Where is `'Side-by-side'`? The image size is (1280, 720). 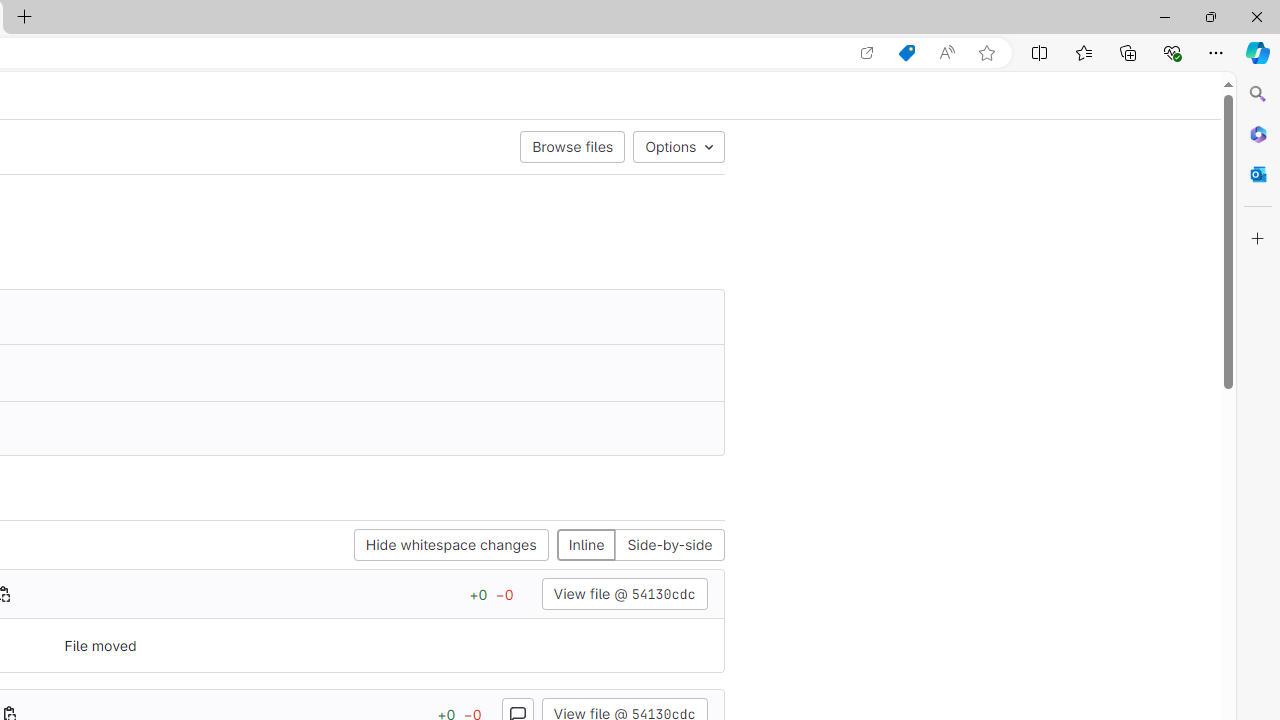 'Side-by-side' is located at coordinates (669, 545).